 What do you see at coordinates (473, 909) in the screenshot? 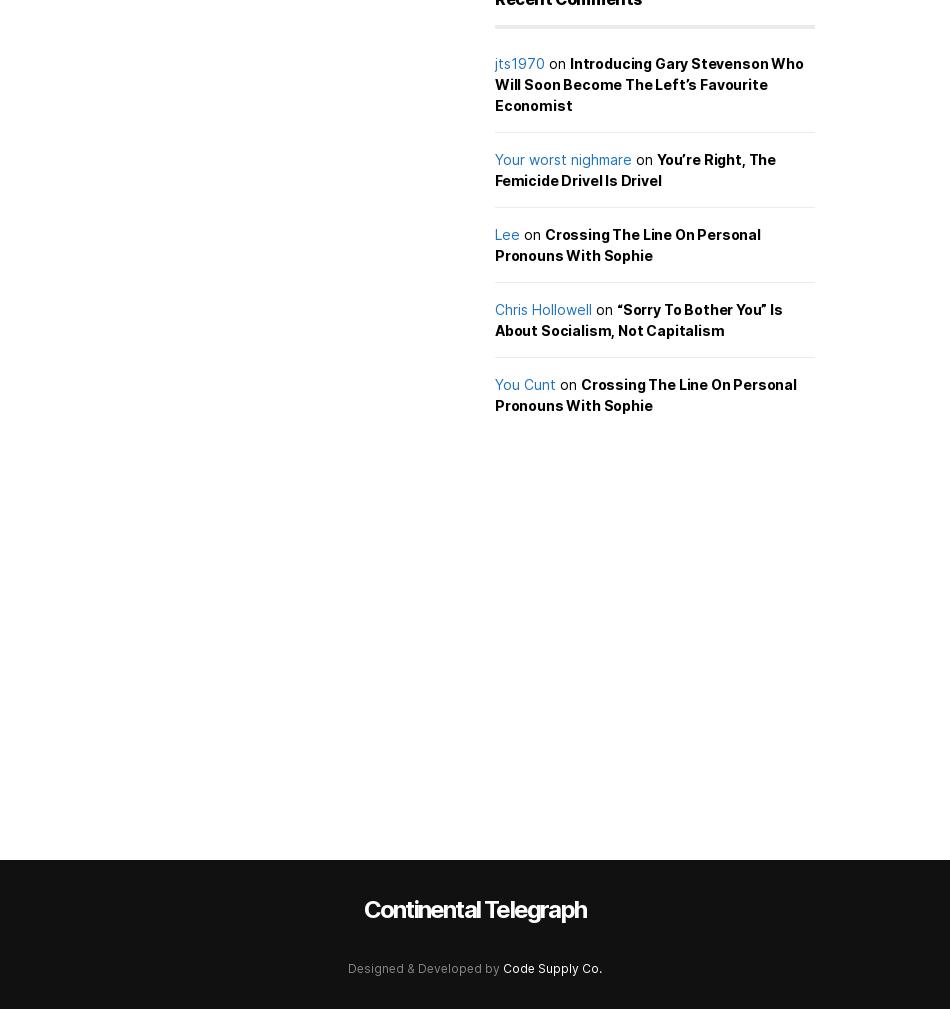
I see `'Continental Telegraph'` at bounding box center [473, 909].